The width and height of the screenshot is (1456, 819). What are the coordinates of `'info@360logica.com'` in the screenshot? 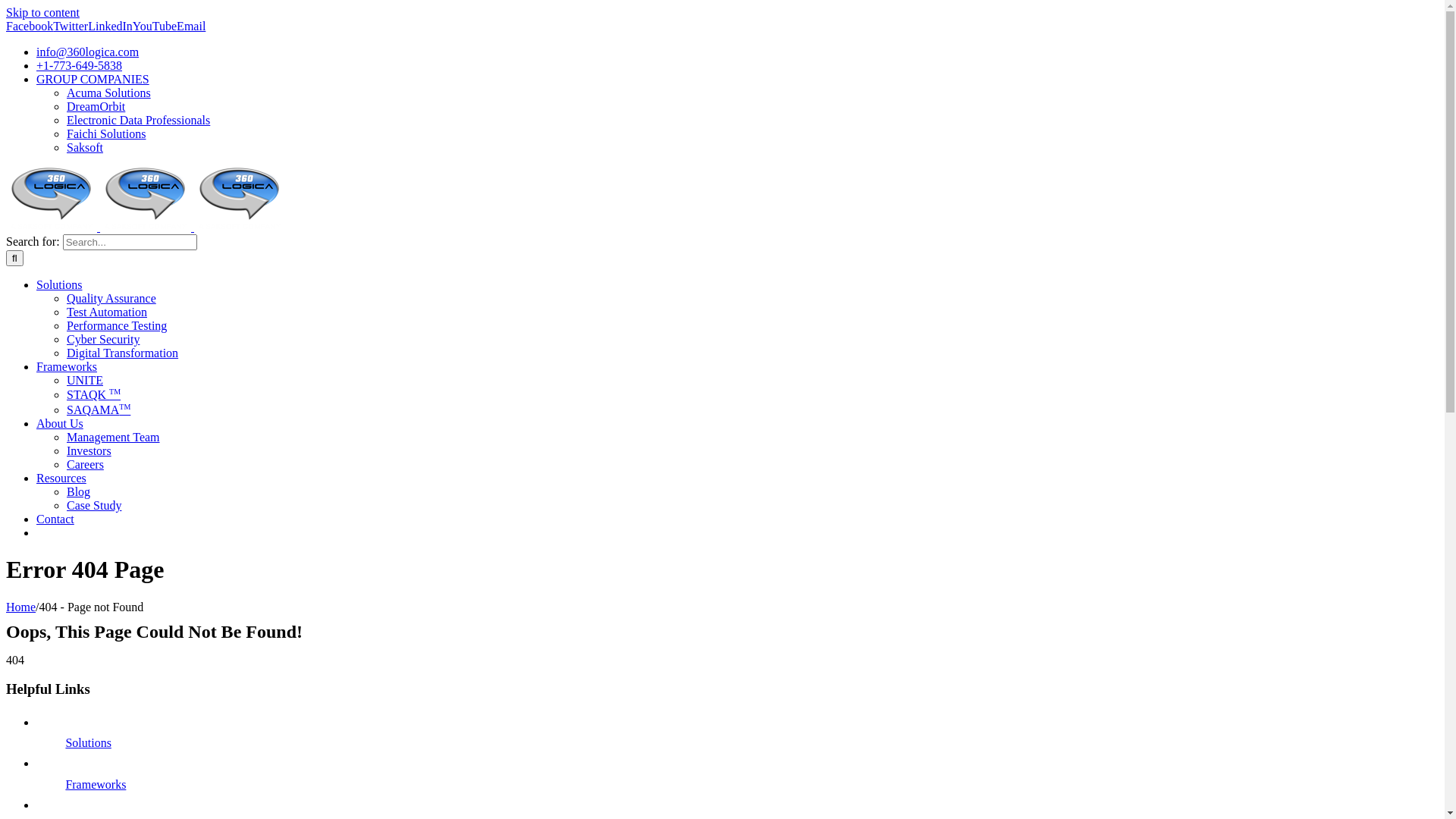 It's located at (86, 51).